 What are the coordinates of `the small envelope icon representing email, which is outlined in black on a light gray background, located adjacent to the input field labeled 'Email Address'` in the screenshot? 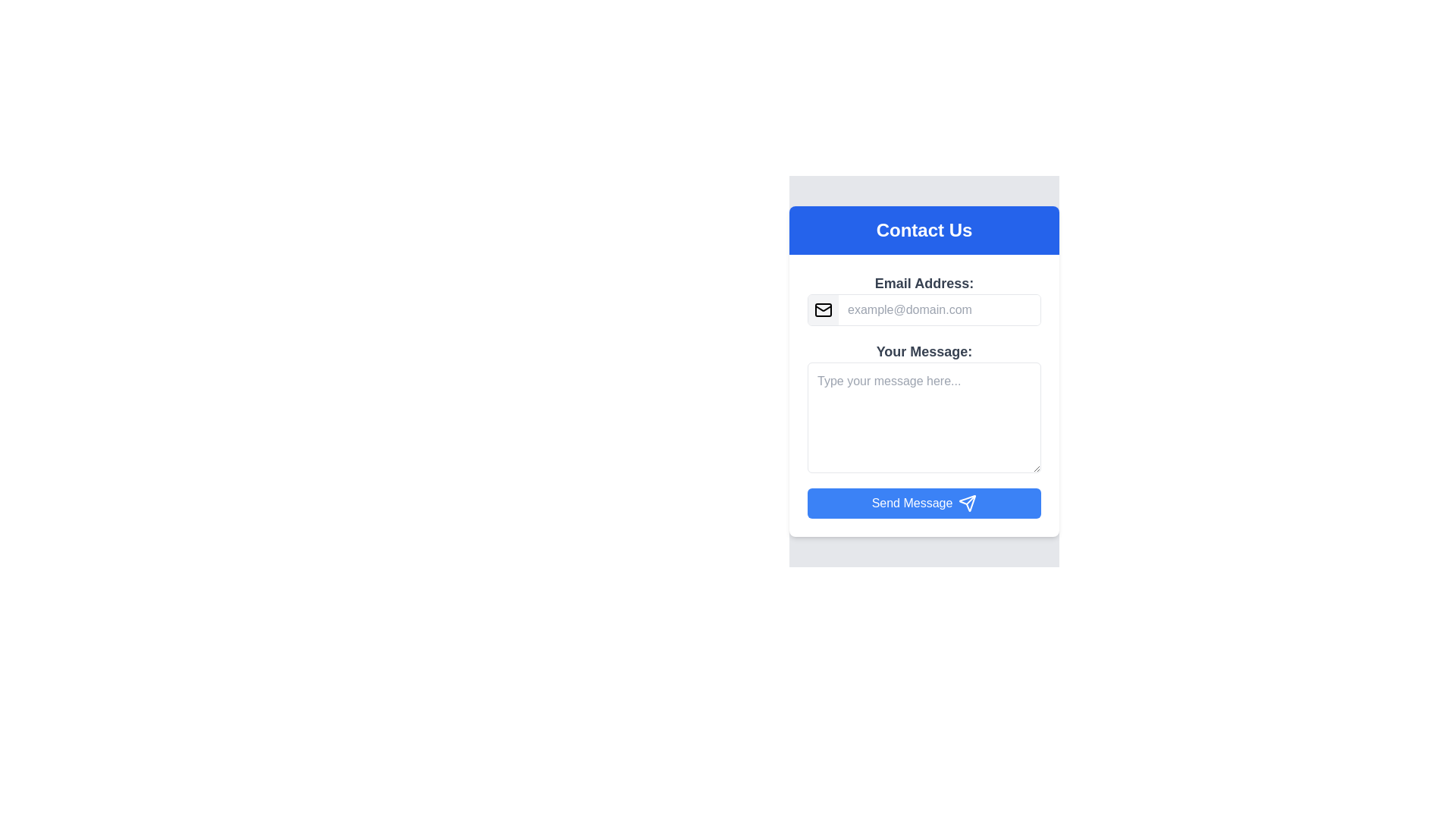 It's located at (822, 309).